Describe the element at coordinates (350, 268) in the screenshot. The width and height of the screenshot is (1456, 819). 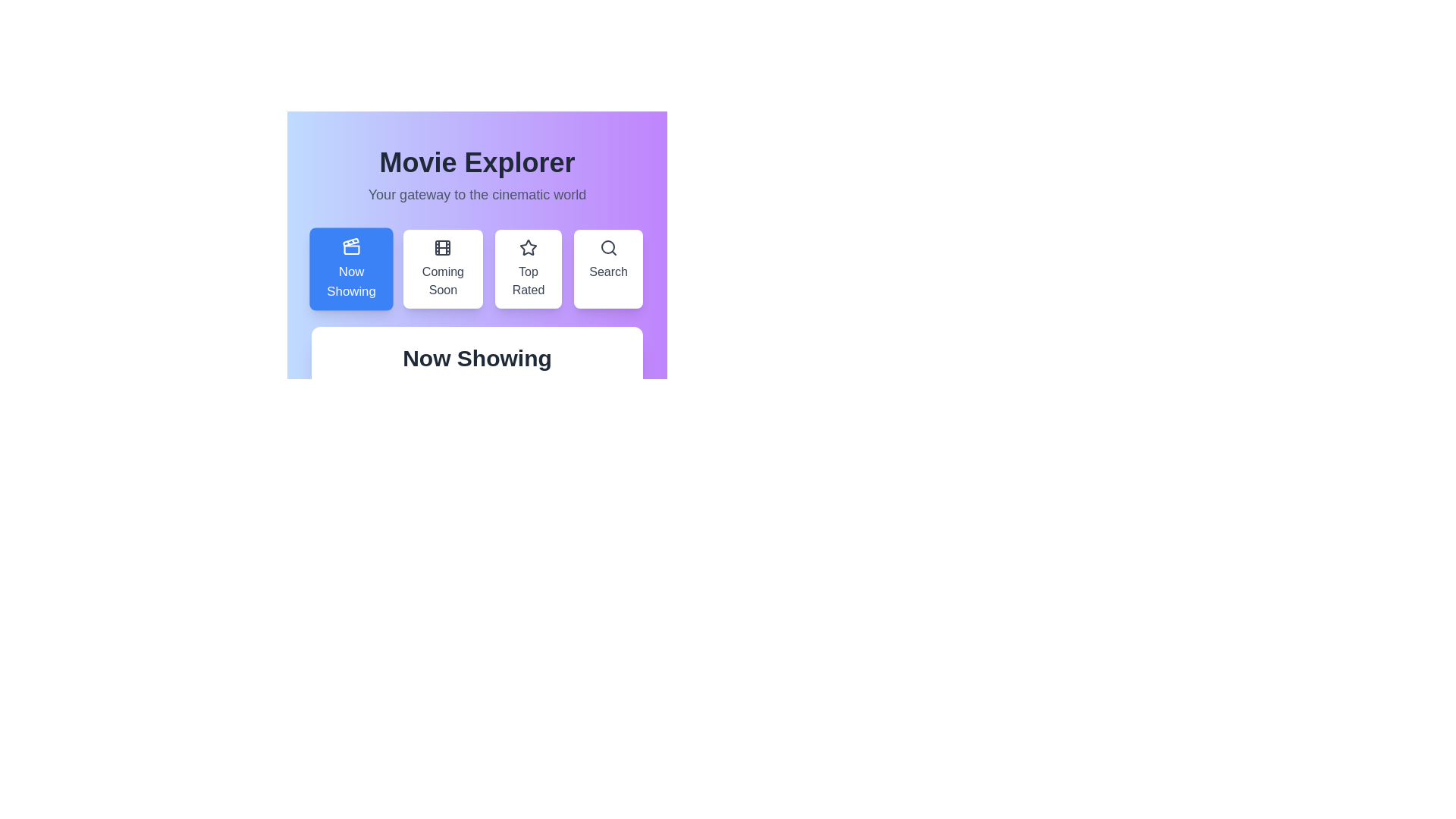
I see `the tab labeled Now Showing` at that location.